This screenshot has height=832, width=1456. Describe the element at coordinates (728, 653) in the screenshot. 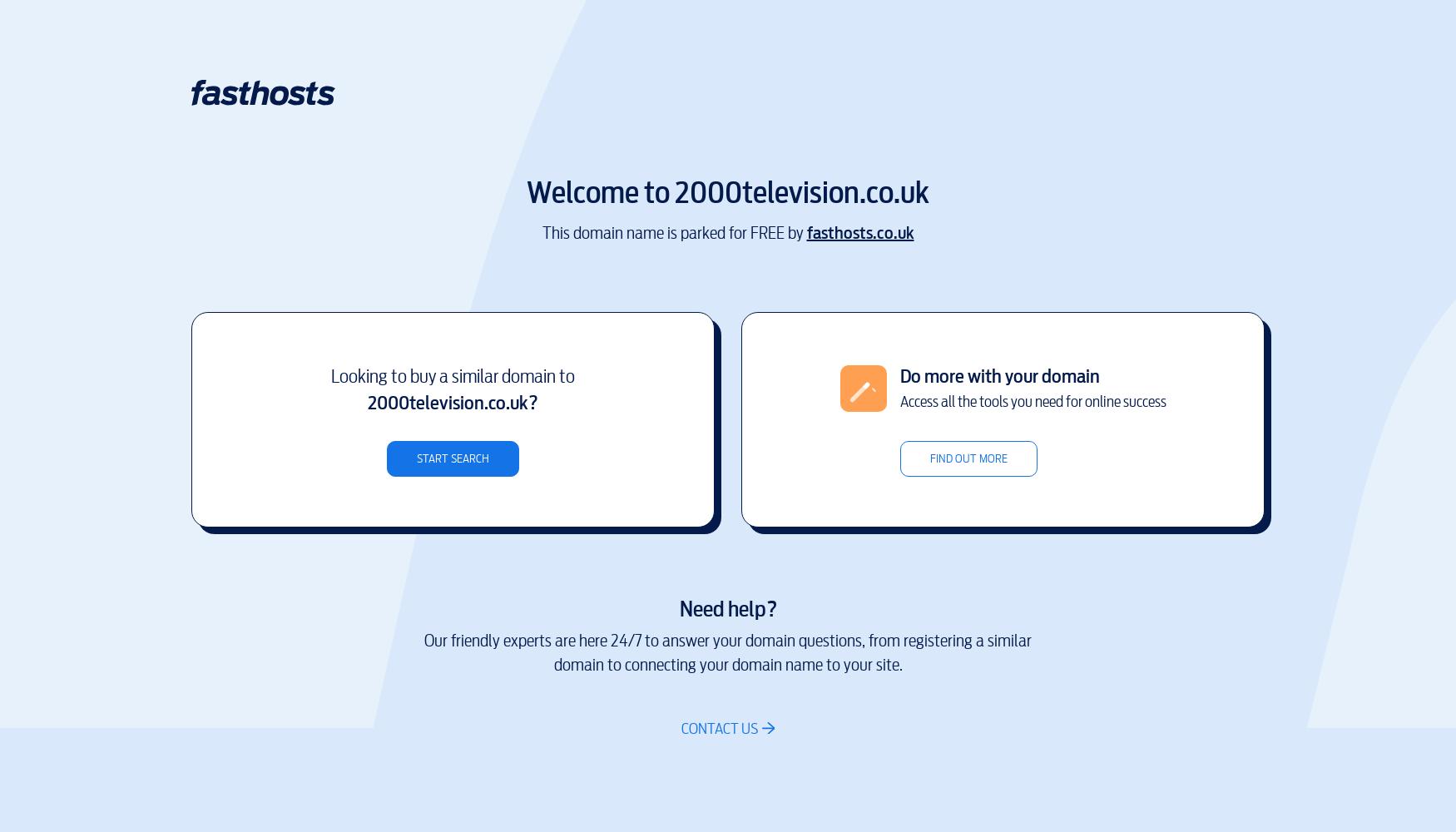

I see `'Our friendly experts are here 24/7 to answer your domain questions, from registering a similar domain to connecting your domain name to your site.'` at that location.